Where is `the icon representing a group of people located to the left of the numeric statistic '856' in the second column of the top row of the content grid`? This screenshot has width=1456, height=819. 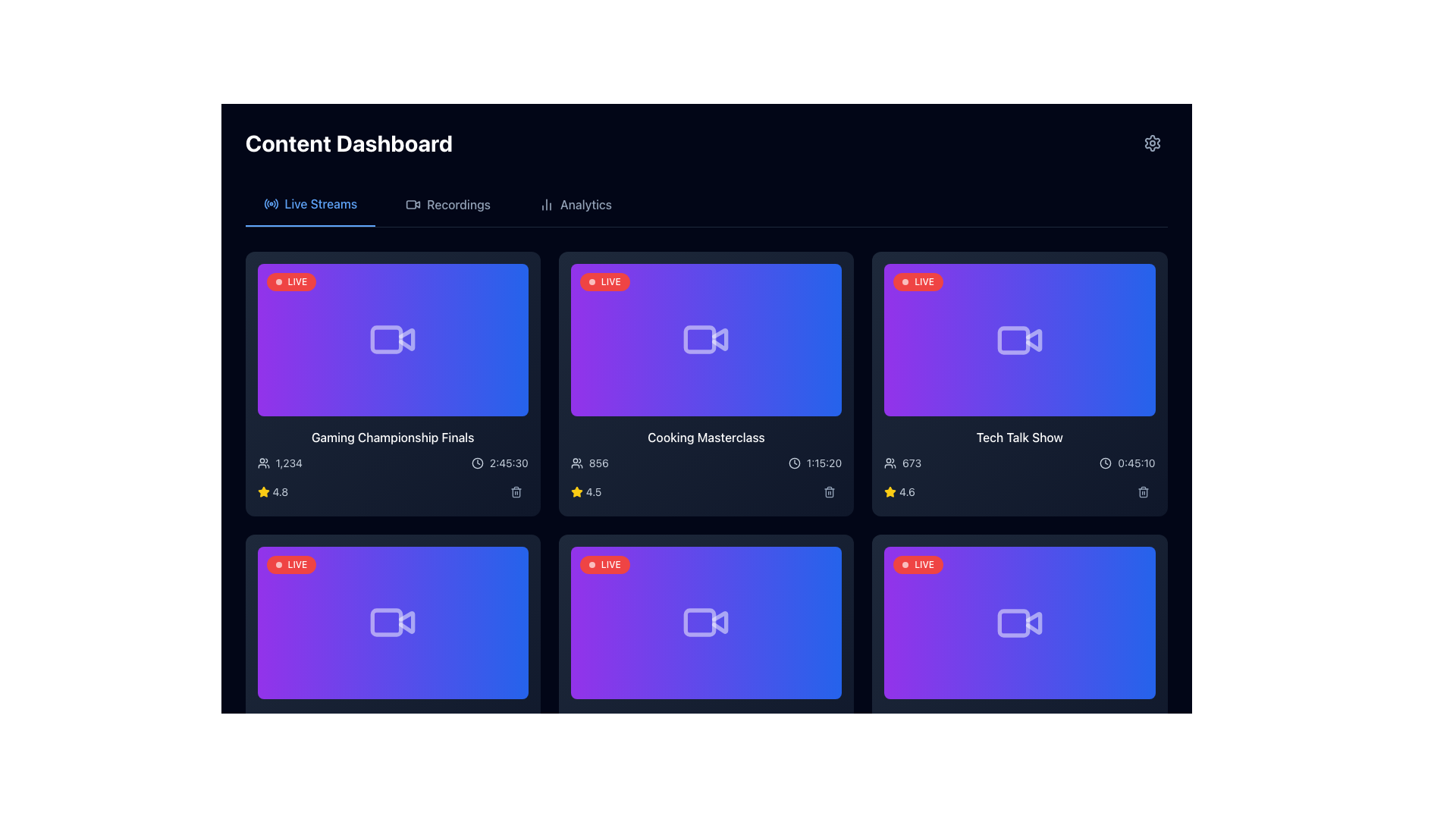
the icon representing a group of people located to the left of the numeric statistic '856' in the second column of the top row of the content grid is located at coordinates (576, 462).